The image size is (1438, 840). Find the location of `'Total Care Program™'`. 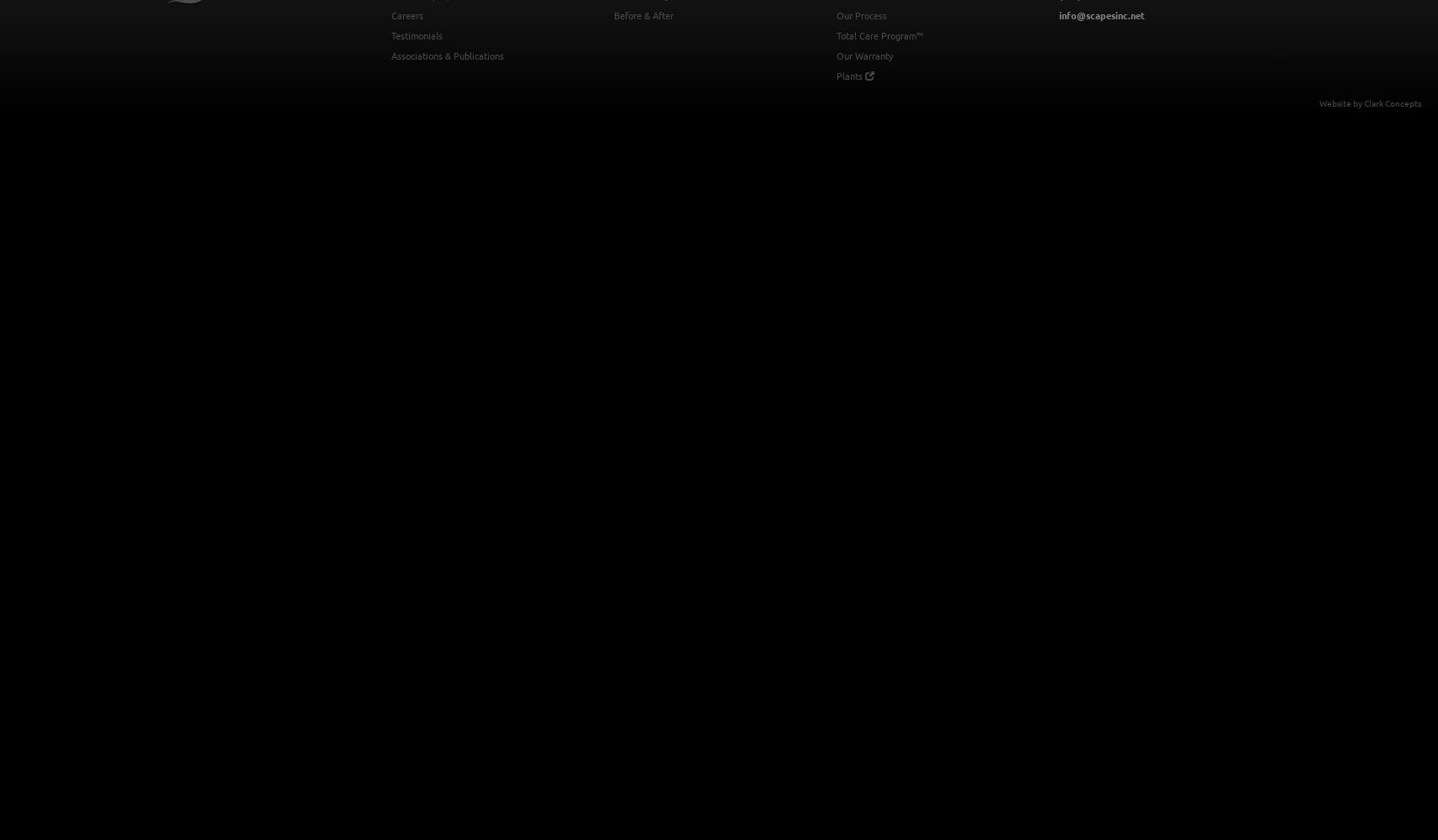

'Total Care Program™' is located at coordinates (879, 35).